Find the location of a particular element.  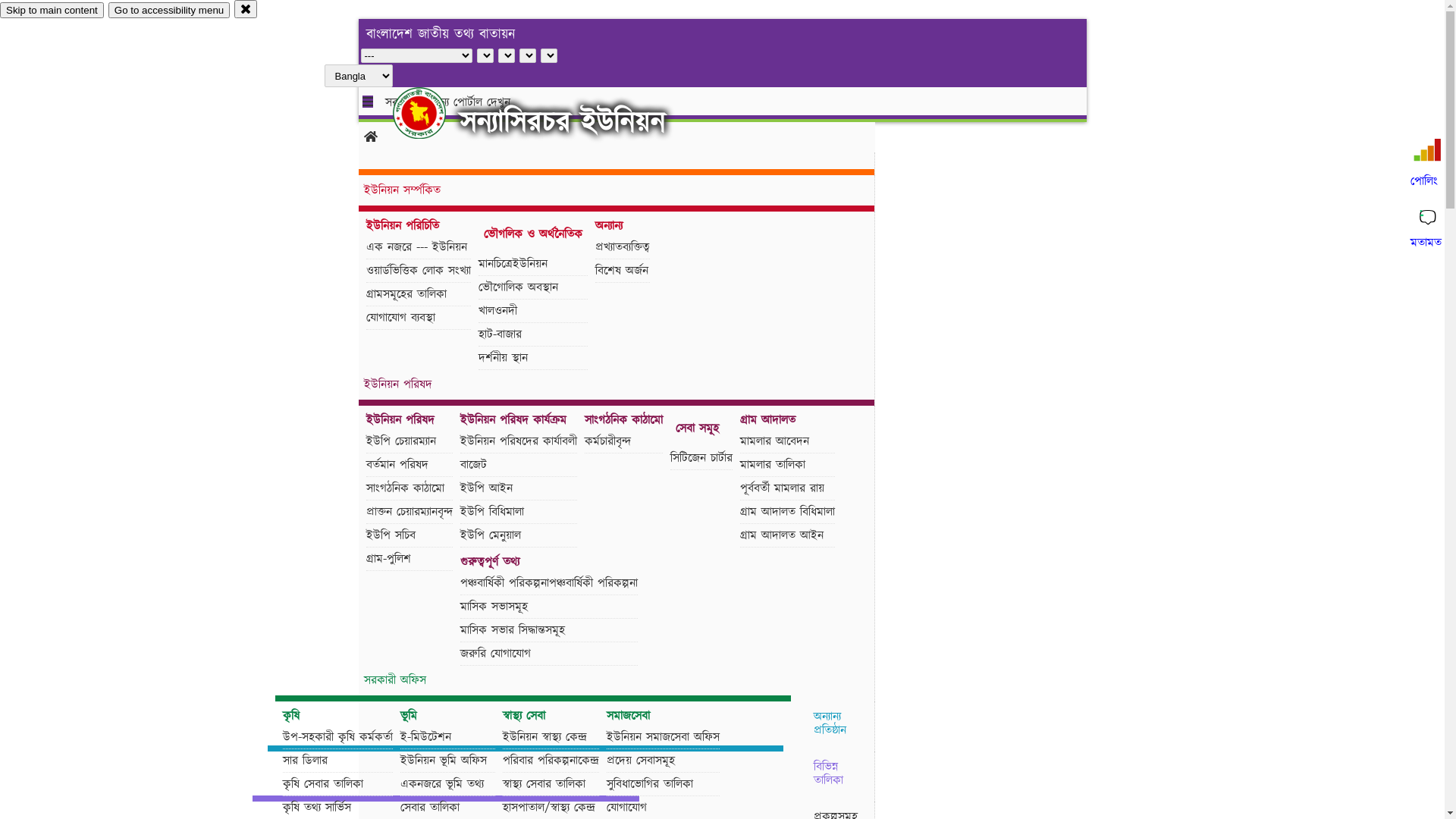

' is located at coordinates (431, 112).